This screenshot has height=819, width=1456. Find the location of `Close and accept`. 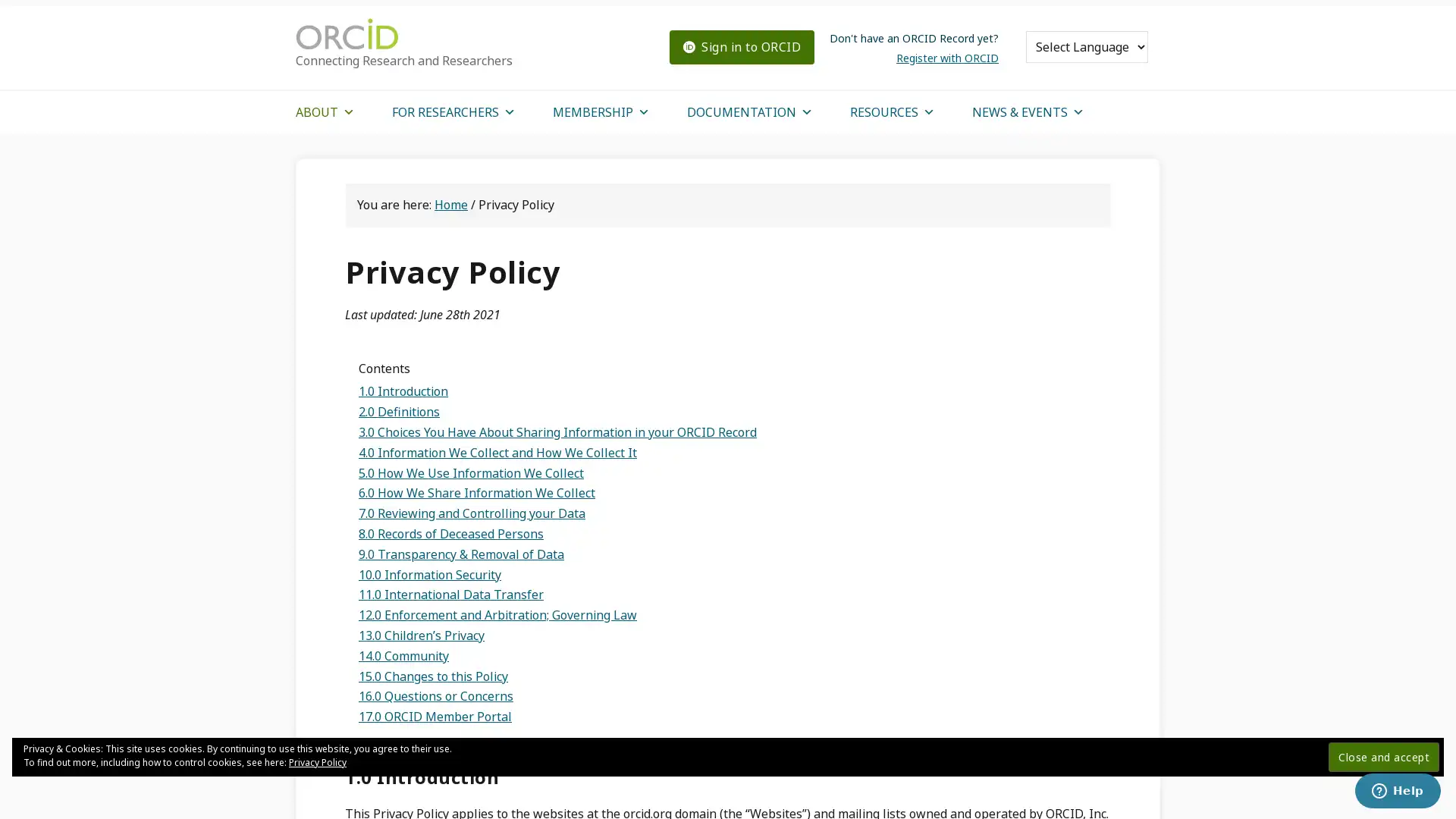

Close and accept is located at coordinates (1383, 757).